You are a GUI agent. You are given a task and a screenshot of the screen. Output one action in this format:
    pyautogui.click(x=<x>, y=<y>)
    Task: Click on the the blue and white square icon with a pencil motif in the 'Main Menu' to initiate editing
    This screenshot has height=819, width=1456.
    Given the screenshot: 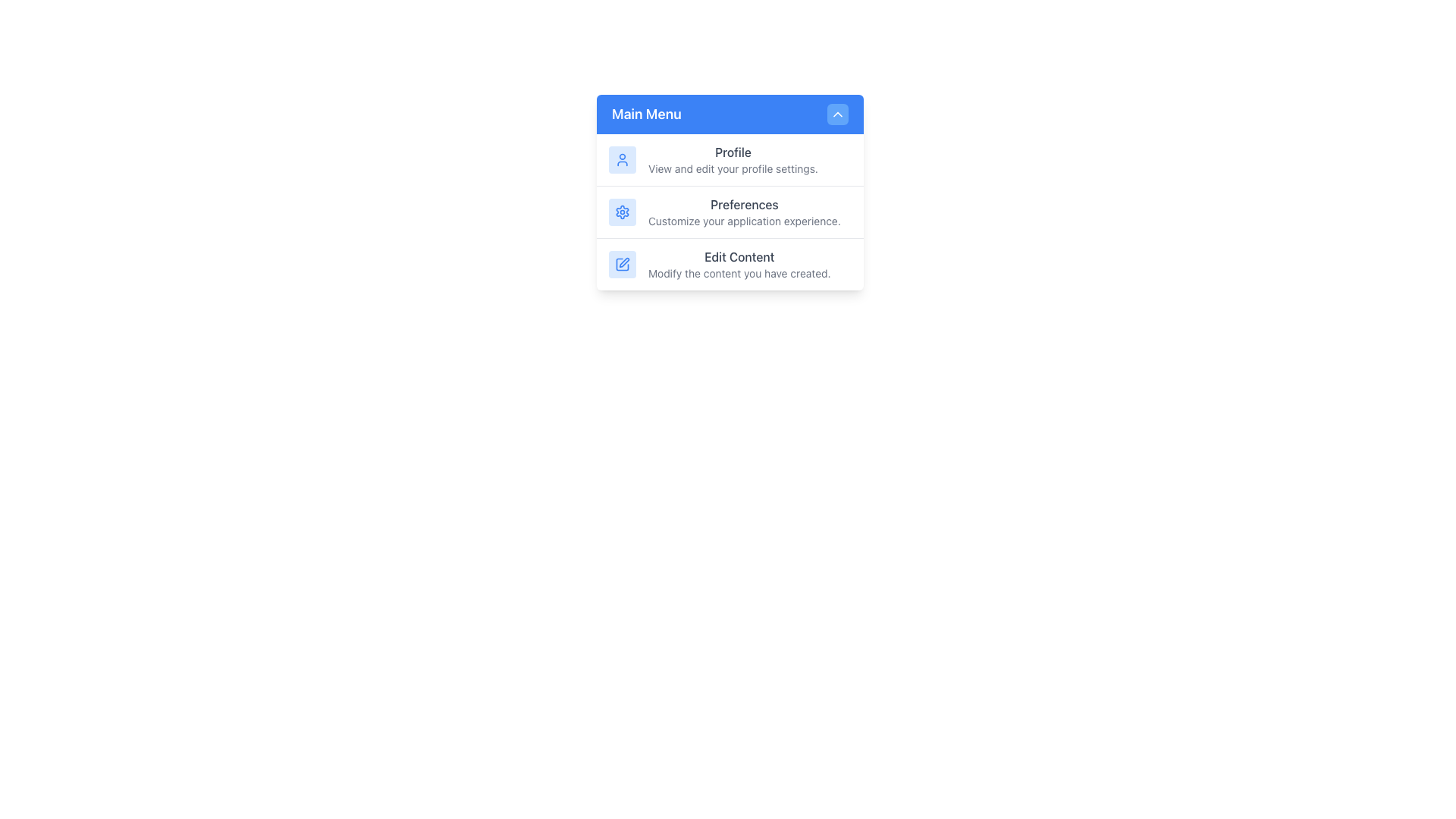 What is the action you would take?
    pyautogui.click(x=622, y=263)
    